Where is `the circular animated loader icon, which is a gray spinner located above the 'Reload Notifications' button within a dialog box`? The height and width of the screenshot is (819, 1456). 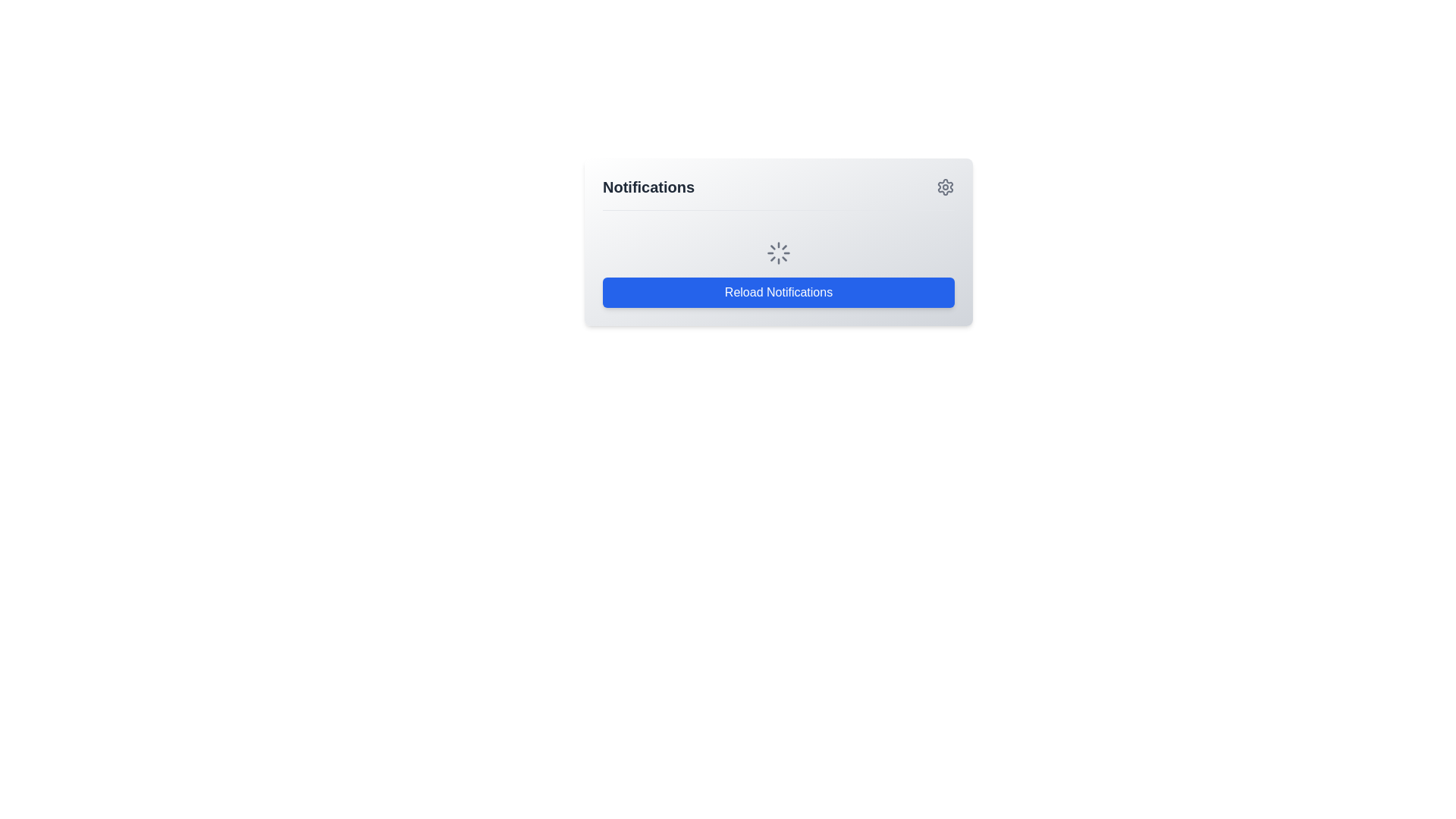
the circular animated loader icon, which is a gray spinner located above the 'Reload Notifications' button within a dialog box is located at coordinates (779, 253).